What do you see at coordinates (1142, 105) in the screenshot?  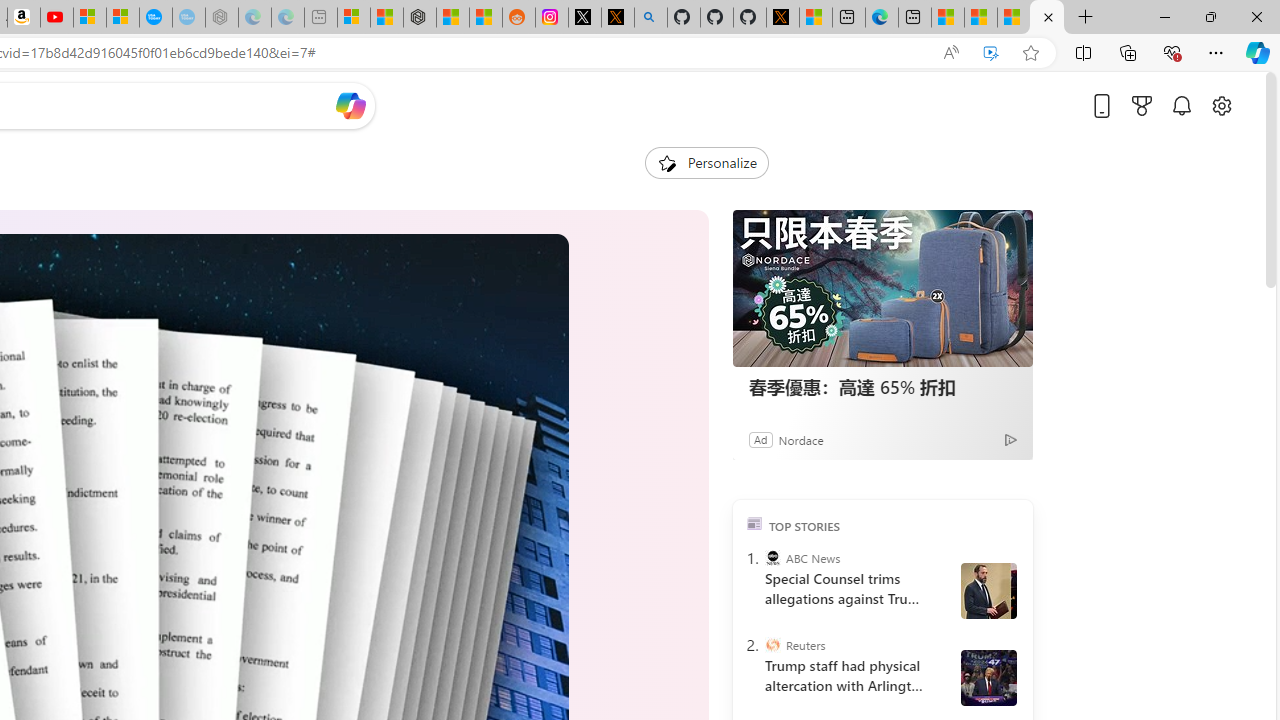 I see `'Microsoft rewards'` at bounding box center [1142, 105].